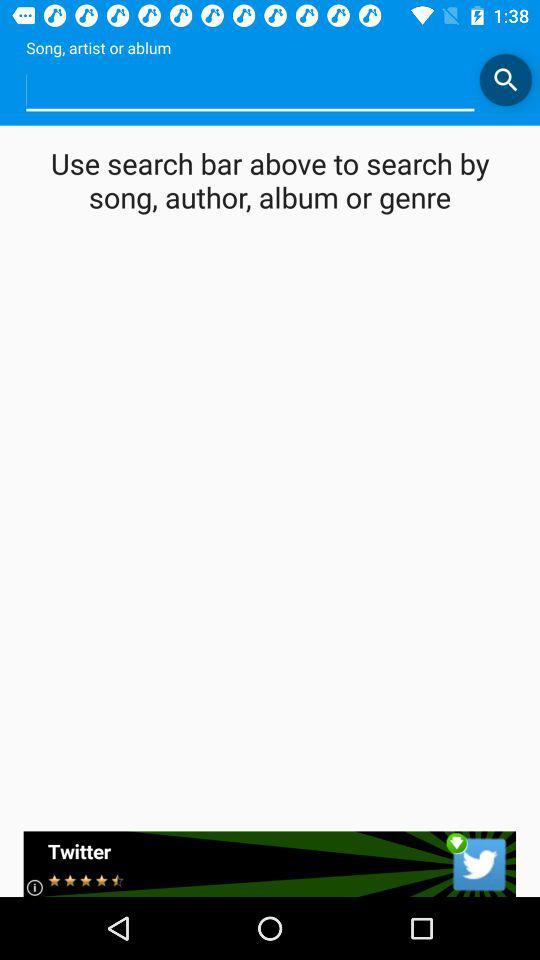 This screenshot has width=540, height=960. Describe the element at coordinates (250, 90) in the screenshot. I see `to type search query` at that location.